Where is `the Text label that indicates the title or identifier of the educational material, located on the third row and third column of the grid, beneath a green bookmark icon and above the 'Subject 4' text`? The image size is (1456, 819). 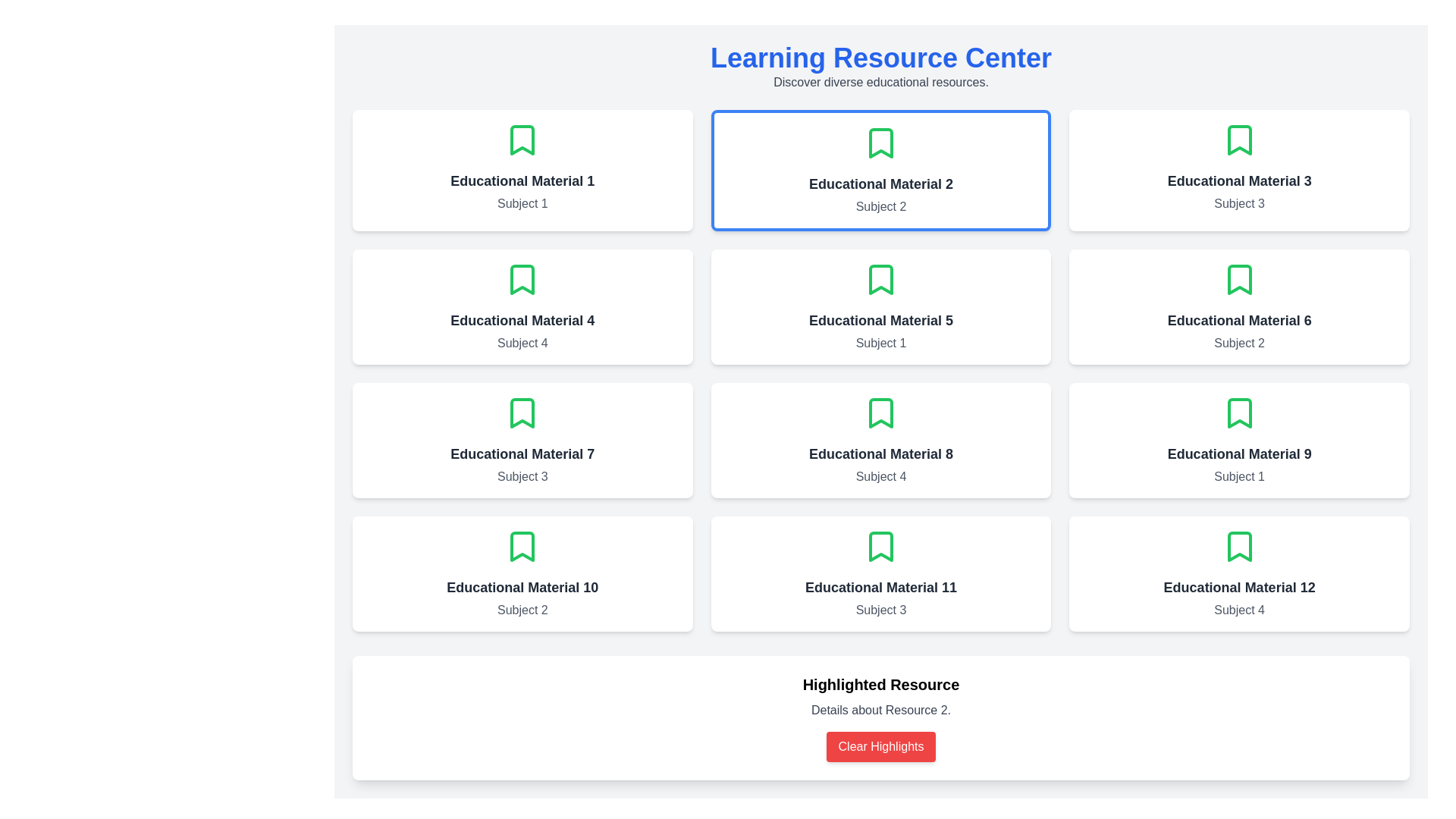 the Text label that indicates the title or identifier of the educational material, located on the third row and third column of the grid, beneath a green bookmark icon and above the 'Subject 4' text is located at coordinates (880, 453).